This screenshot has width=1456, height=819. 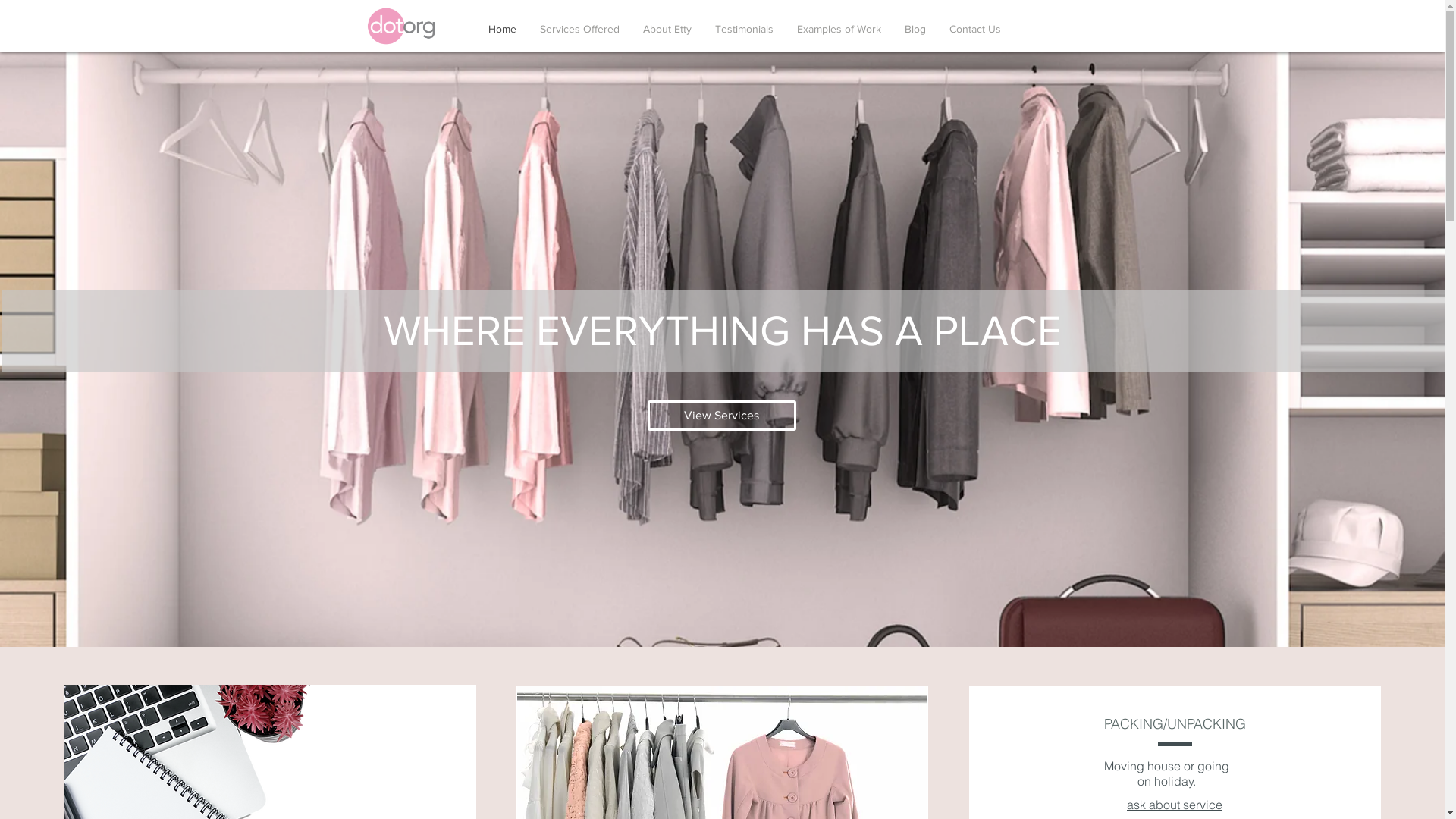 What do you see at coordinates (1174, 804) in the screenshot?
I see `'ask about service'` at bounding box center [1174, 804].